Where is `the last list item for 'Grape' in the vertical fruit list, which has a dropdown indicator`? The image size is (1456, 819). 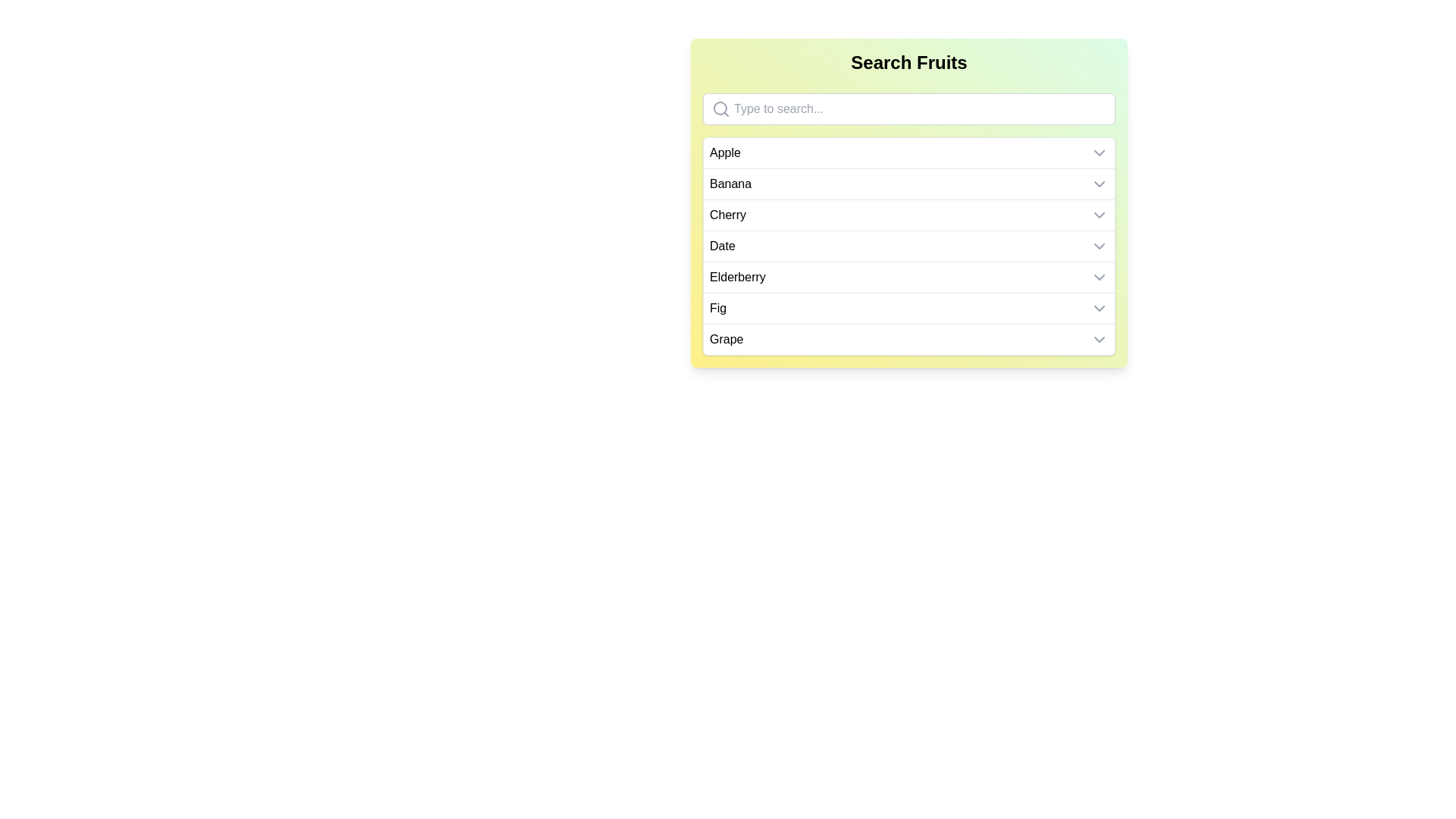 the last list item for 'Grape' in the vertical fruit list, which has a dropdown indicator is located at coordinates (909, 338).